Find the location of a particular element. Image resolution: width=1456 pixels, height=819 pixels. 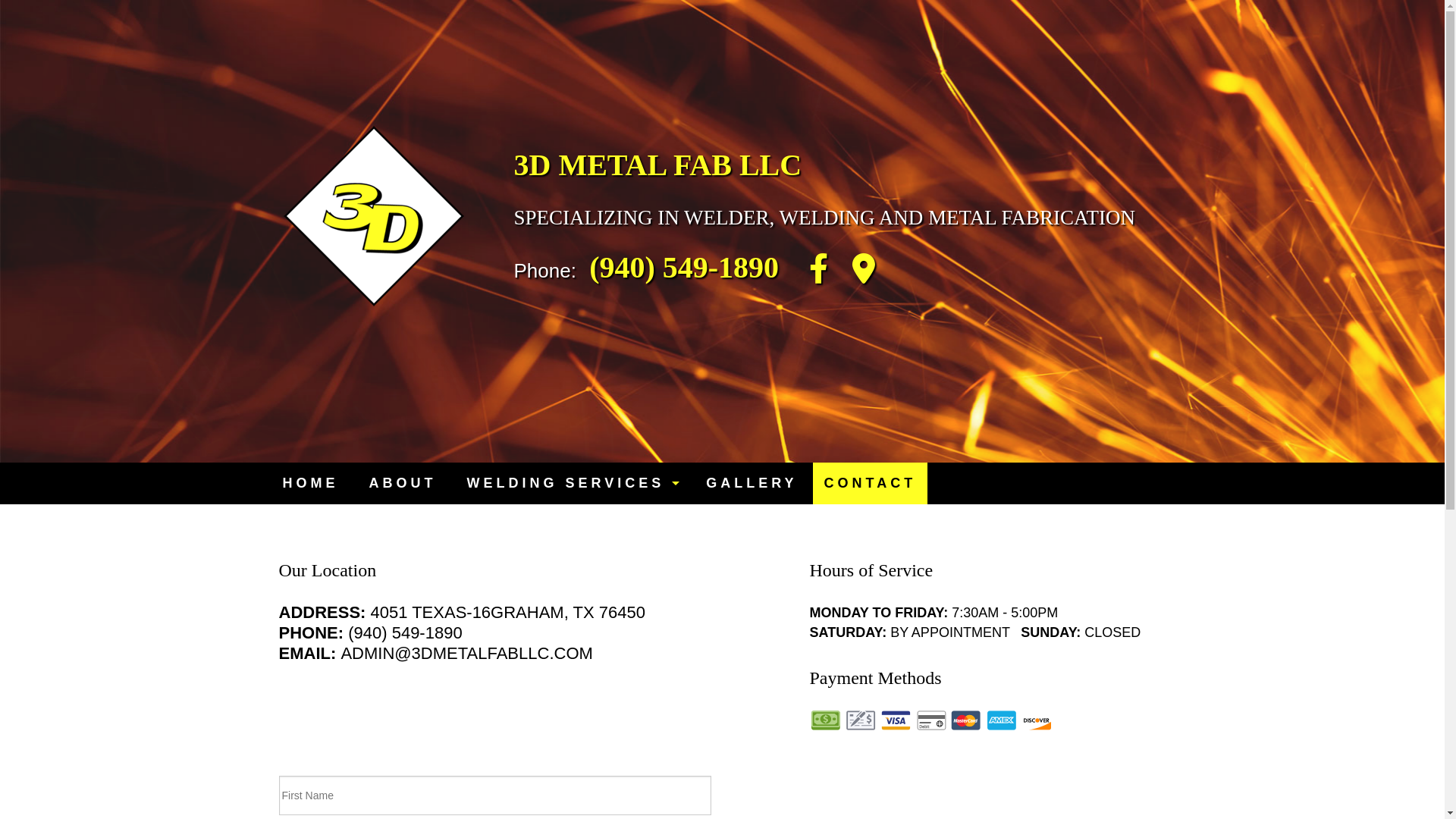

'GALLERY' is located at coordinates (690, 483).